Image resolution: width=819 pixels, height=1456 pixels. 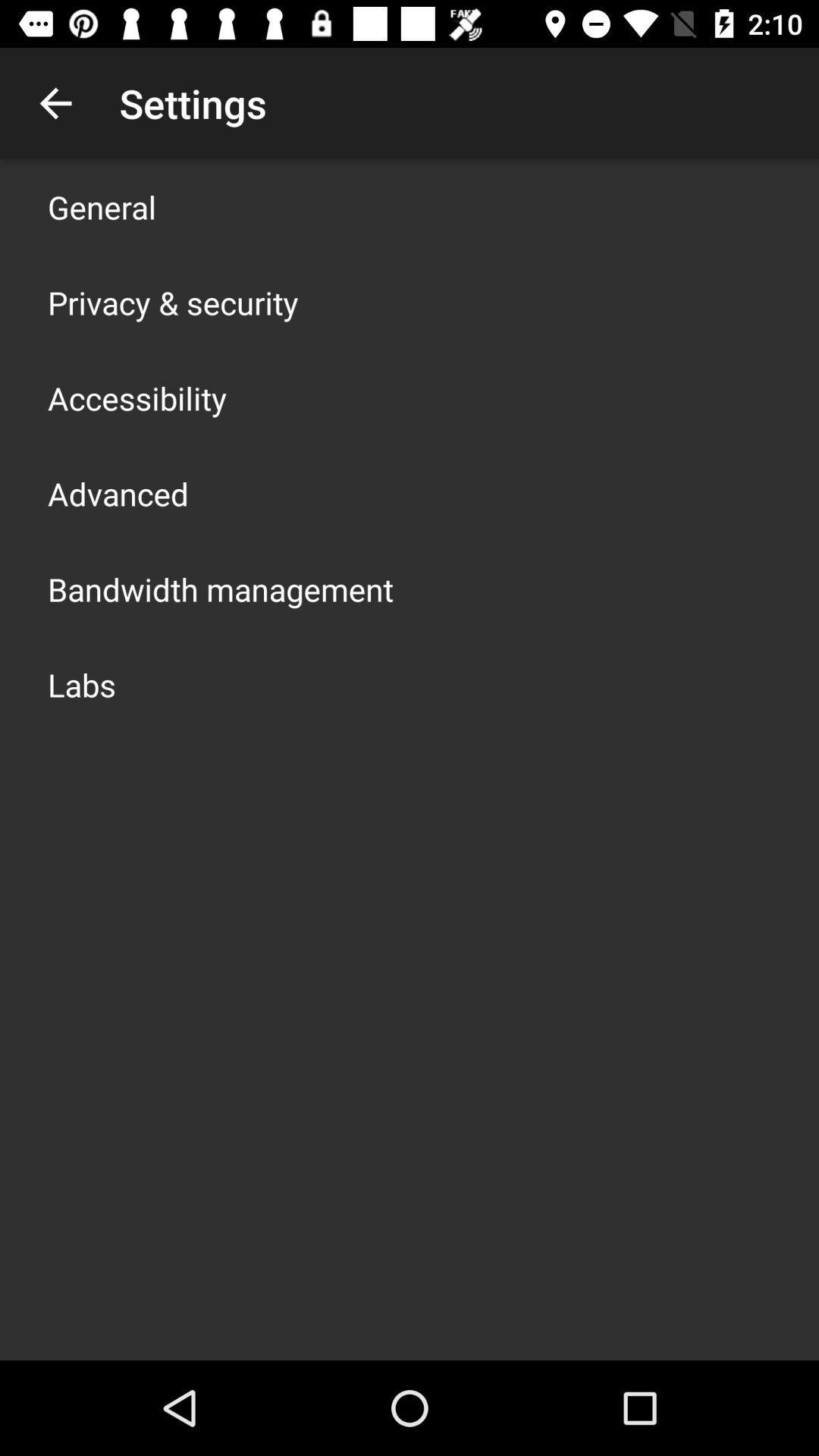 I want to click on the accessibility, so click(x=137, y=397).